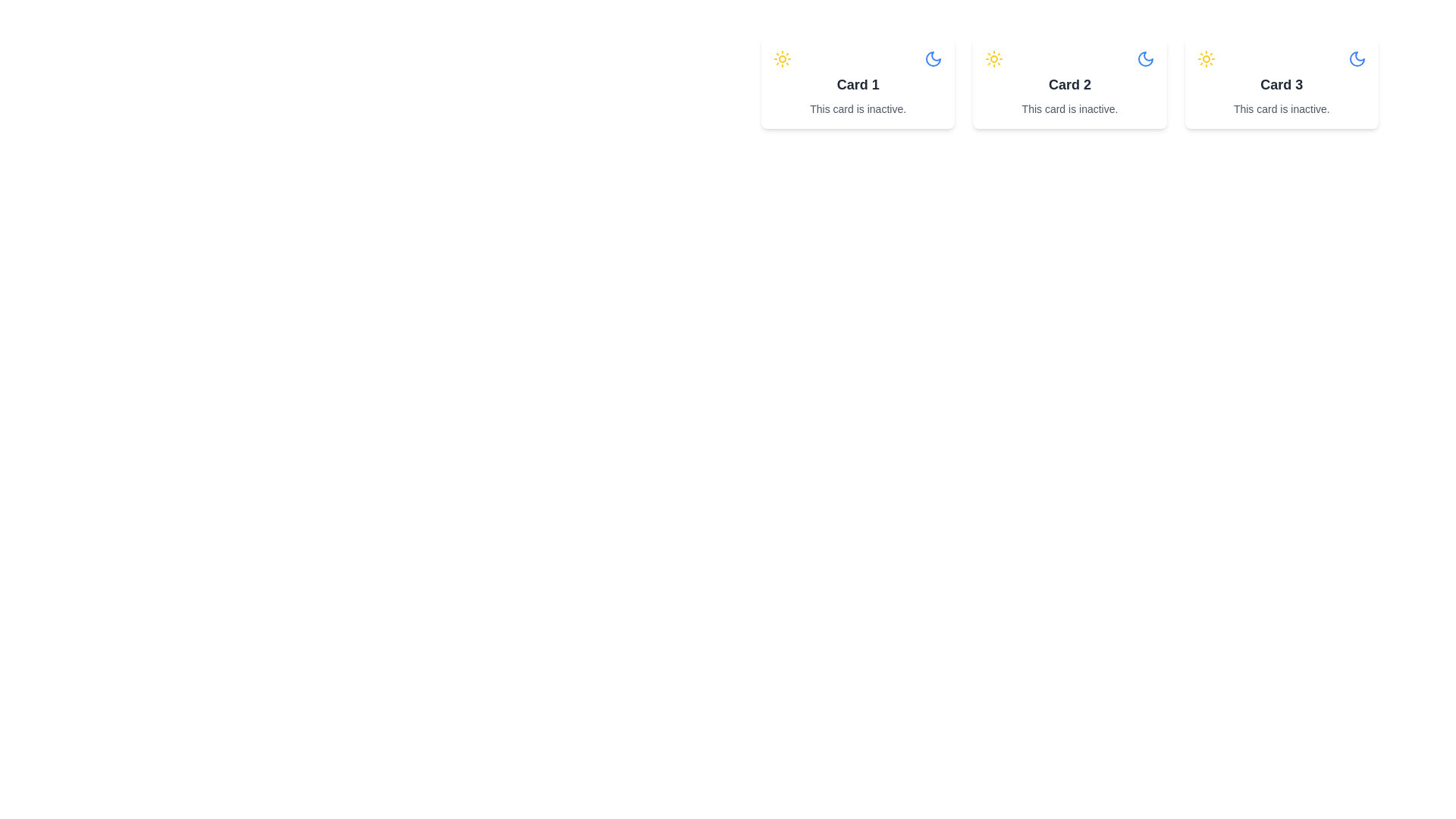  Describe the element at coordinates (1069, 83) in the screenshot. I see `the 'Card 2' component, which is the second card in a row of three cards for information display` at that location.